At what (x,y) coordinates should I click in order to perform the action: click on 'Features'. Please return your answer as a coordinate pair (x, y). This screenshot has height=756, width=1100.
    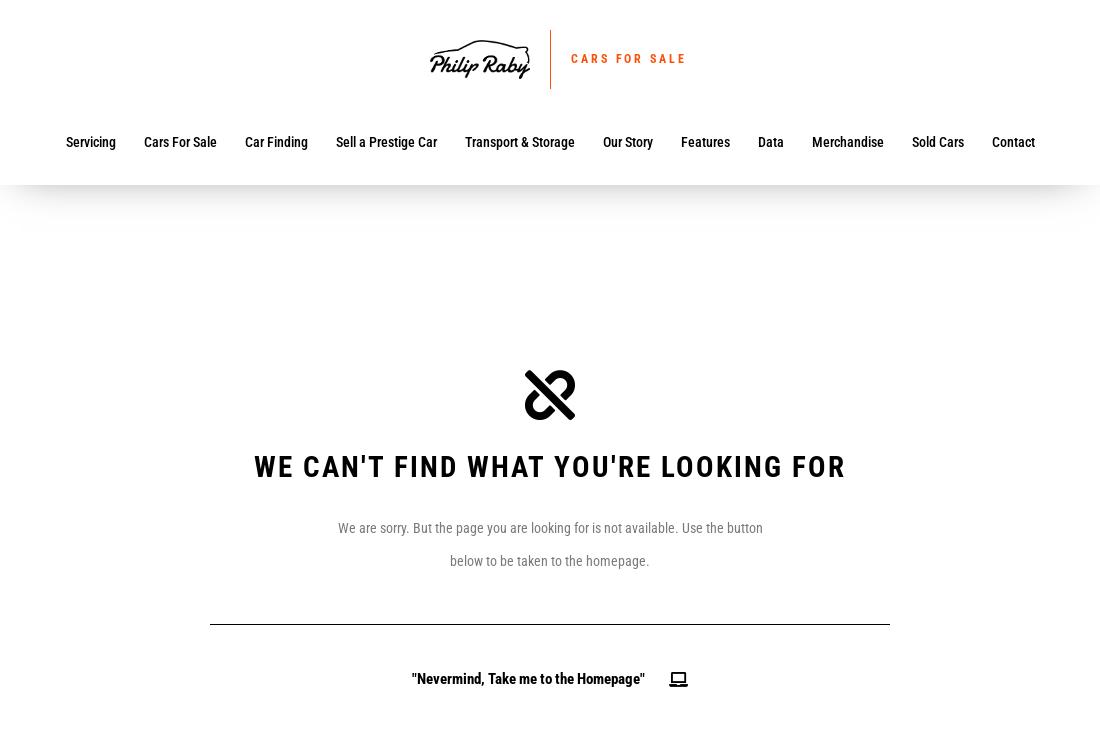
    Looking at the image, I should click on (703, 141).